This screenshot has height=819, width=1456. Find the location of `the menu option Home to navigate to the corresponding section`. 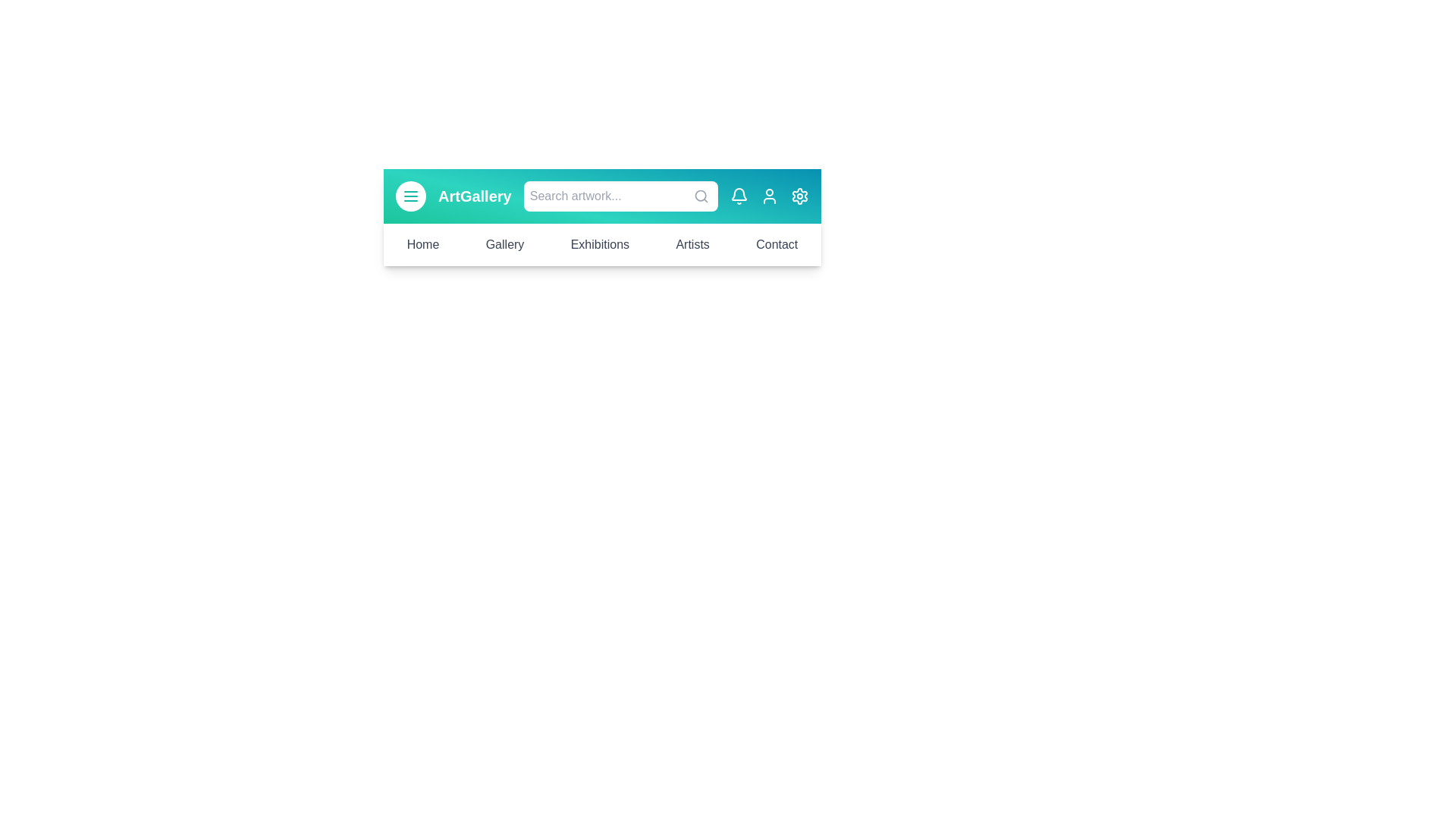

the menu option Home to navigate to the corresponding section is located at coordinates (422, 244).